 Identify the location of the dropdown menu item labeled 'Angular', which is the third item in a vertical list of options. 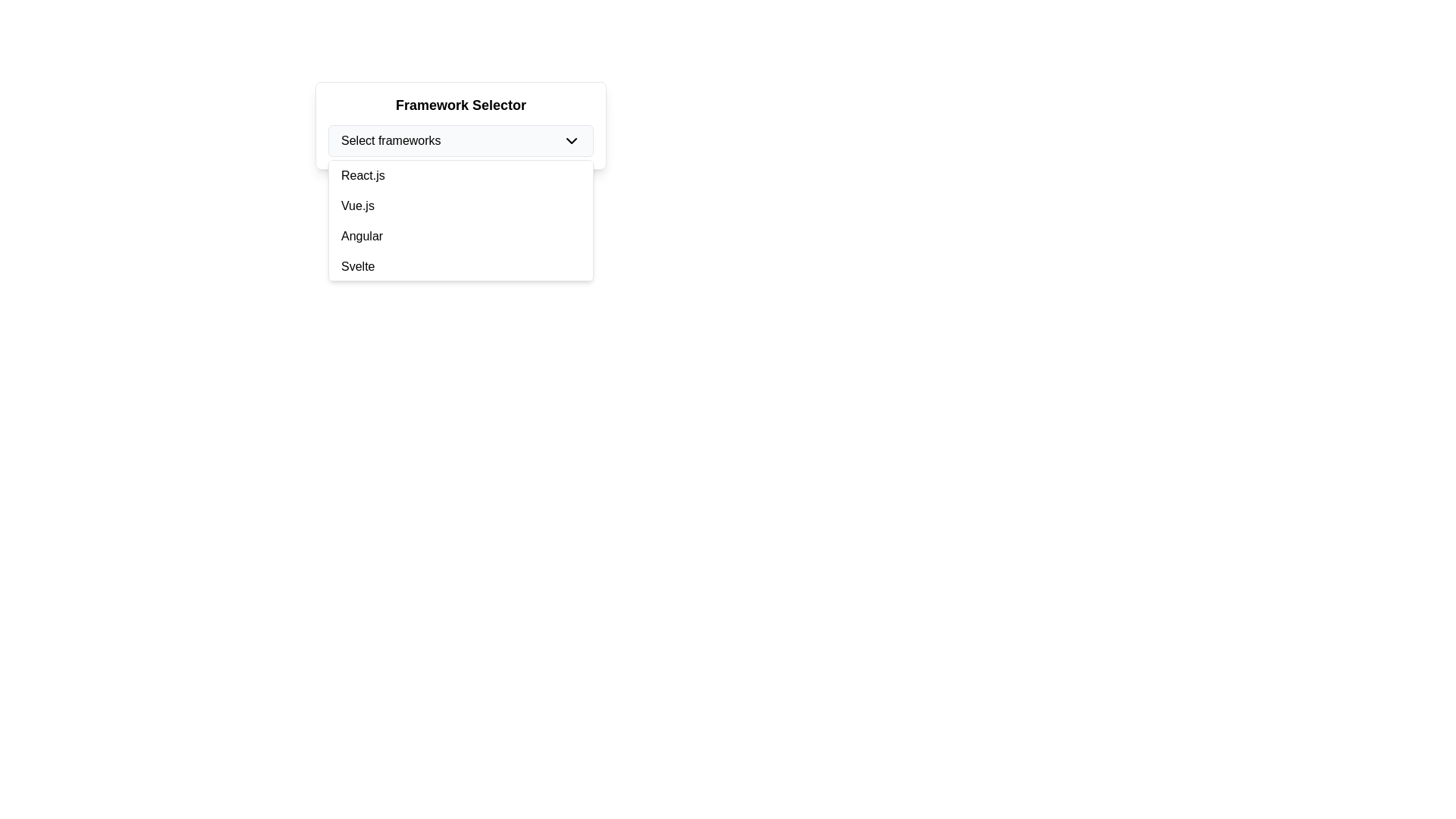
(460, 237).